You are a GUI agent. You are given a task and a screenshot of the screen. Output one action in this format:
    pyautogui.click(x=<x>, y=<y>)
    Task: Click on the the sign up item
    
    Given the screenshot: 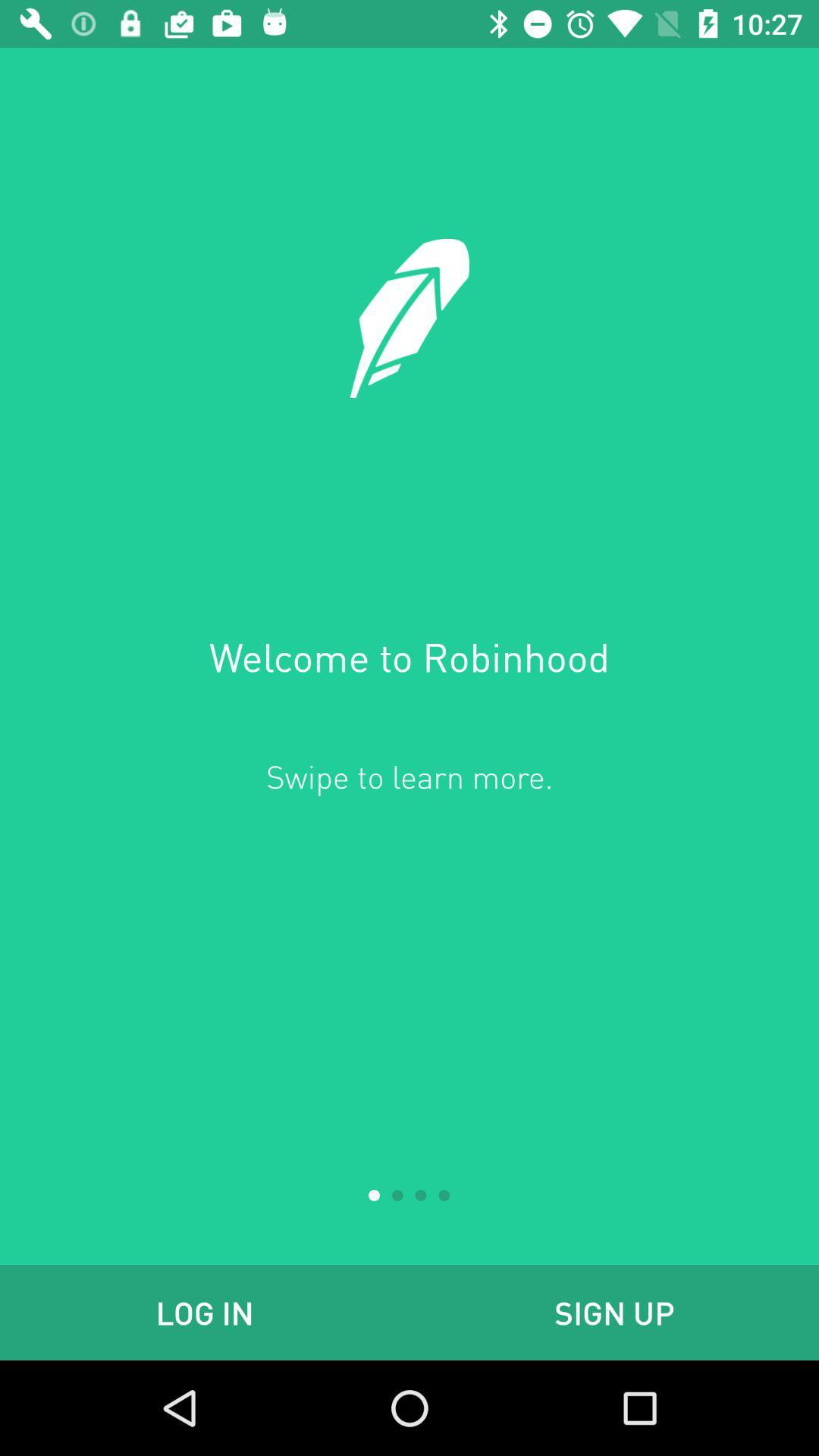 What is the action you would take?
    pyautogui.click(x=614, y=1312)
    